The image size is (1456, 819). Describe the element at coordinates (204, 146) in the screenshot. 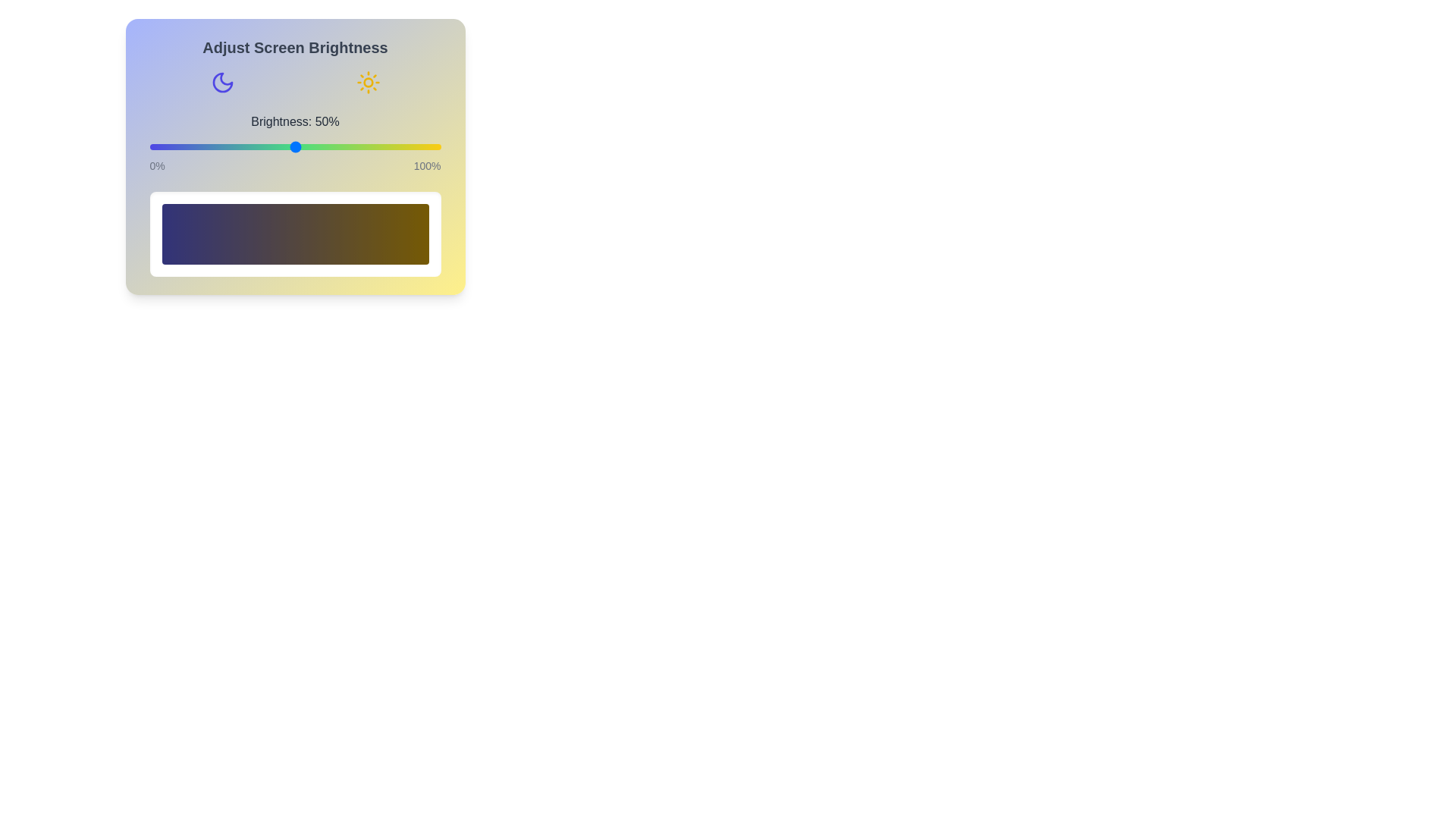

I see `the brightness slider to 19%` at that location.